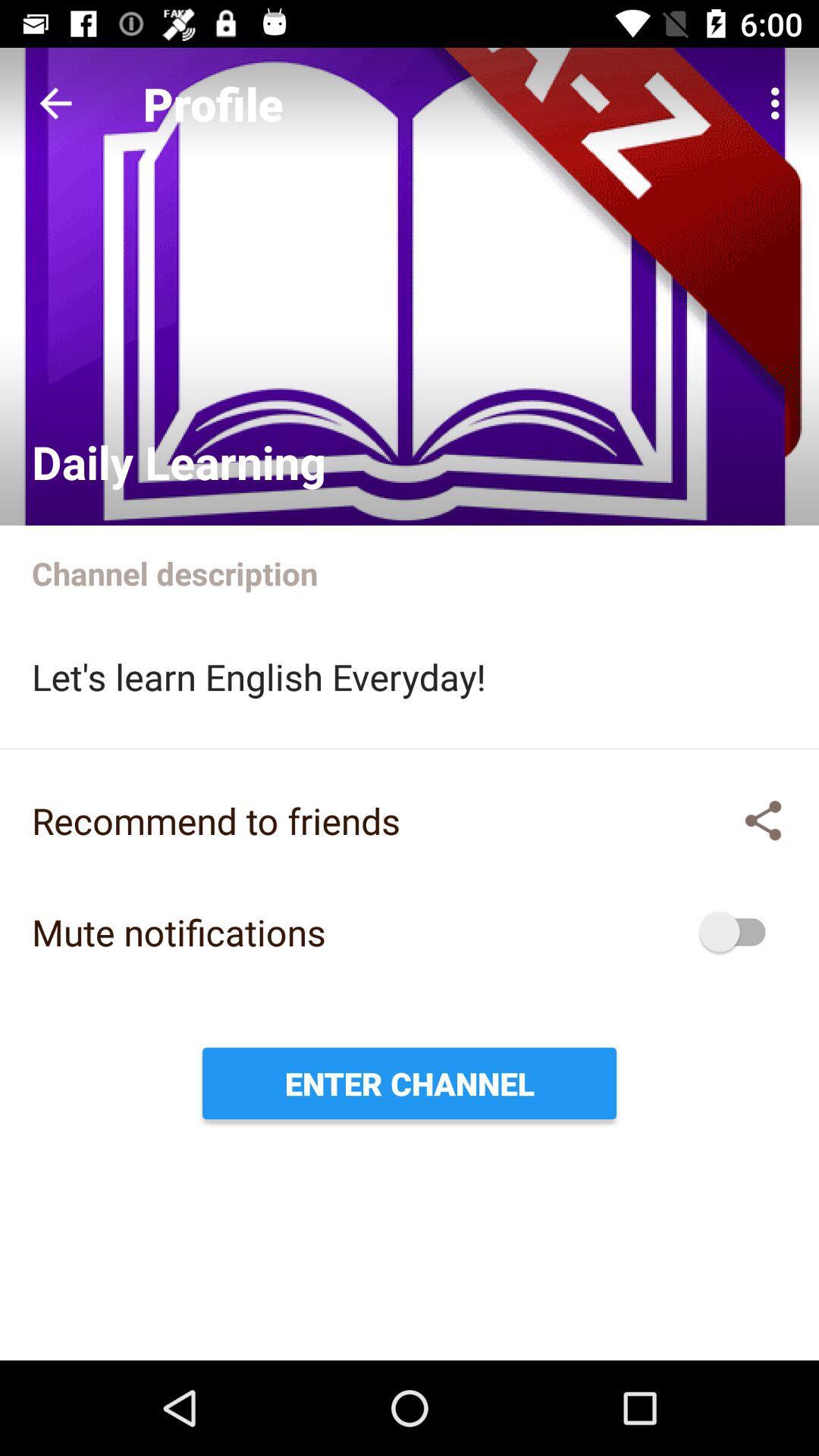 This screenshot has height=1456, width=819. Describe the element at coordinates (779, 102) in the screenshot. I see `icon next to the profile item` at that location.